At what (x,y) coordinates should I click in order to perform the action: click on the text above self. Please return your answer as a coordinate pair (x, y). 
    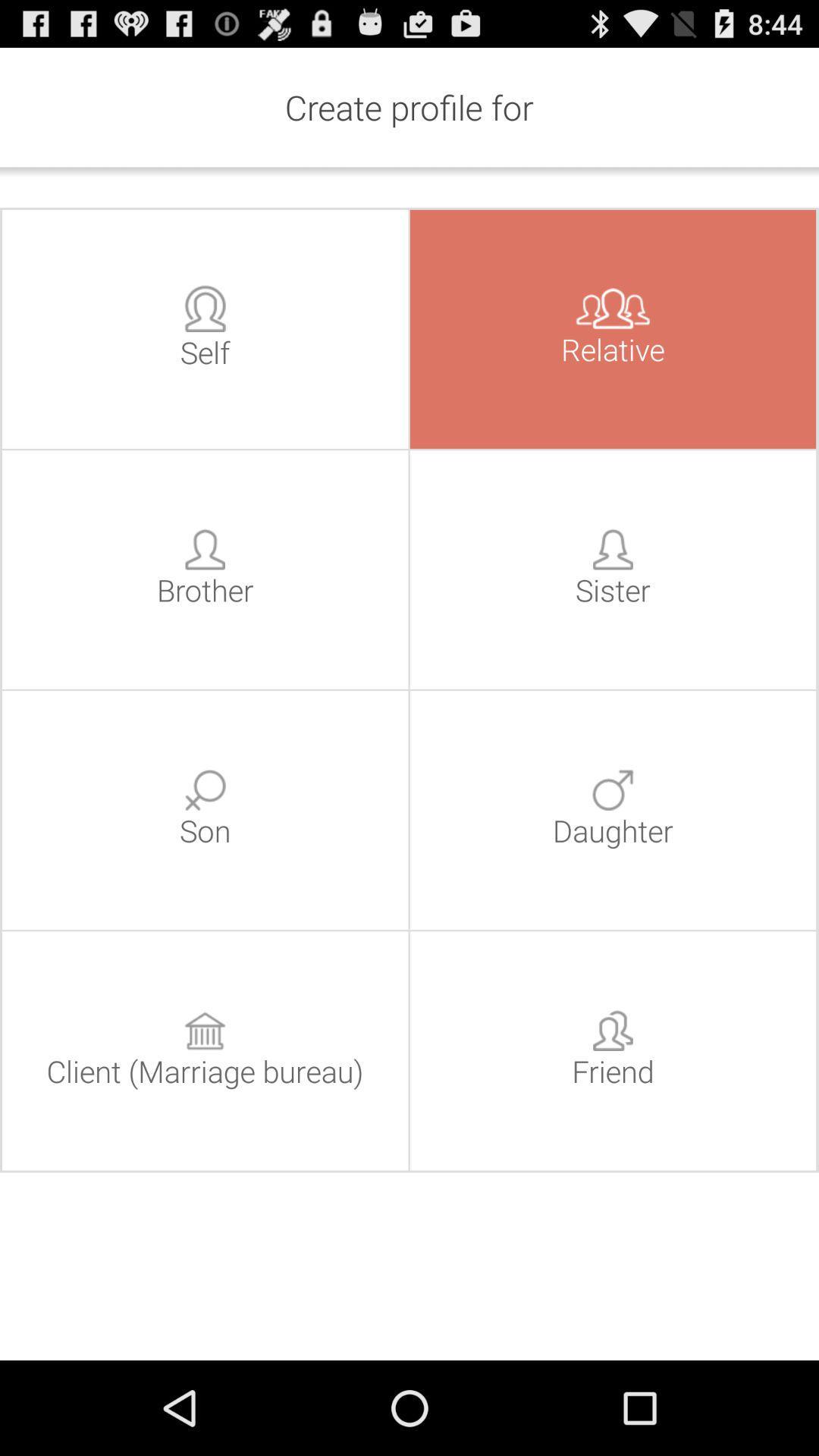
    Looking at the image, I should click on (205, 308).